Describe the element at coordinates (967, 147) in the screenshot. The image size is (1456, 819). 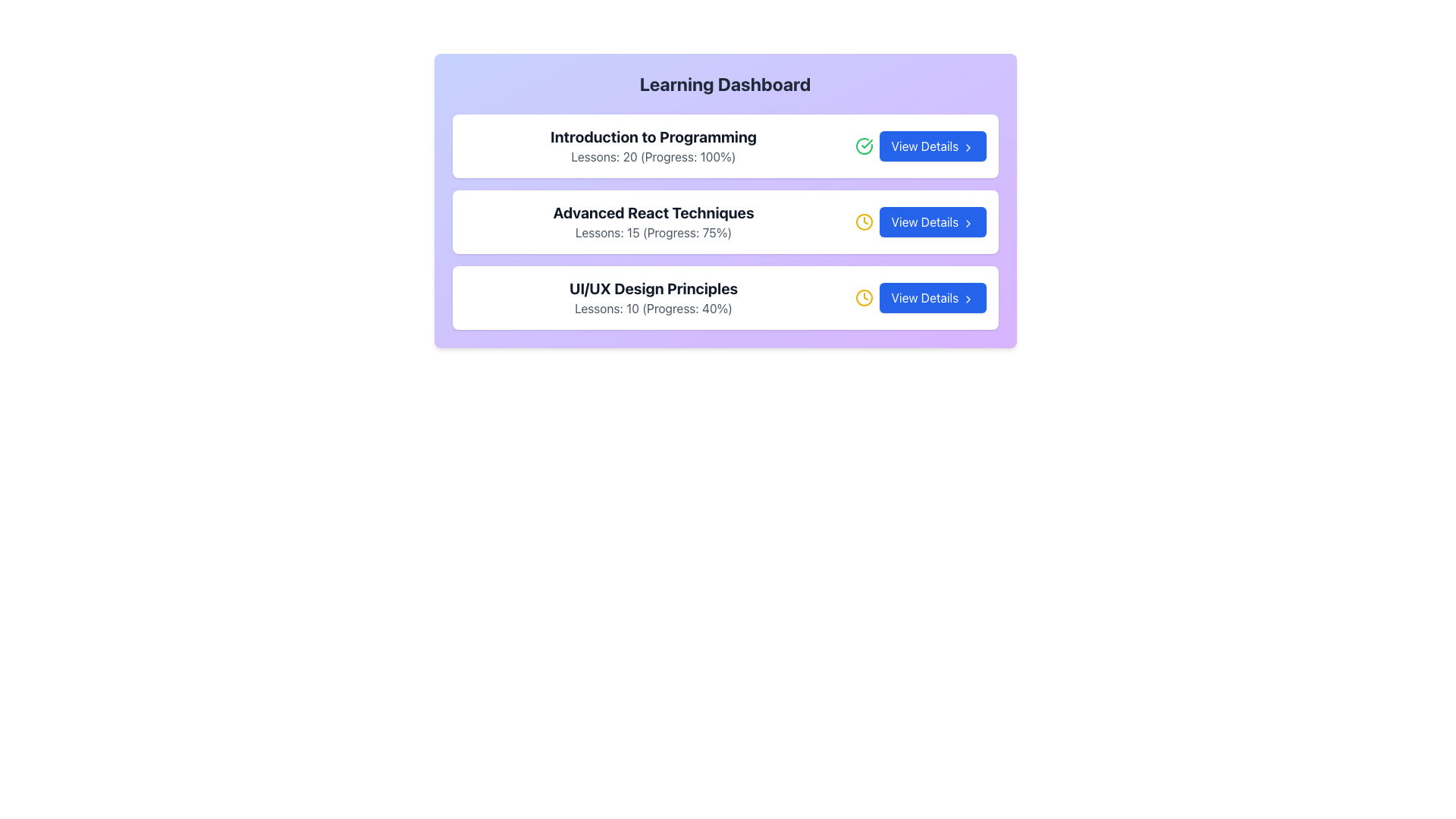
I see `the chevron arrow icon on the rightmost side of the 'View Details' button for 'Introduction to Programming' on the dashboard interface` at that location.